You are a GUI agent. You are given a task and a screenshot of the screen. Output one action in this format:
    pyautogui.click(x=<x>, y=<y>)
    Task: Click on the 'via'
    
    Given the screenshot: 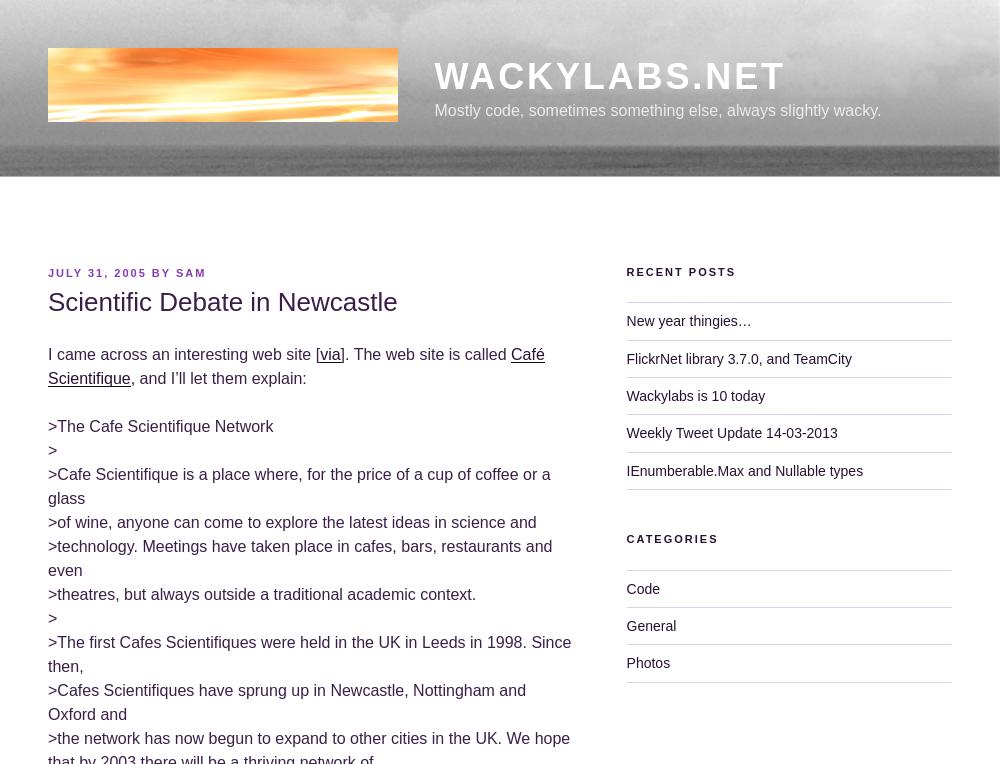 What is the action you would take?
    pyautogui.click(x=329, y=353)
    